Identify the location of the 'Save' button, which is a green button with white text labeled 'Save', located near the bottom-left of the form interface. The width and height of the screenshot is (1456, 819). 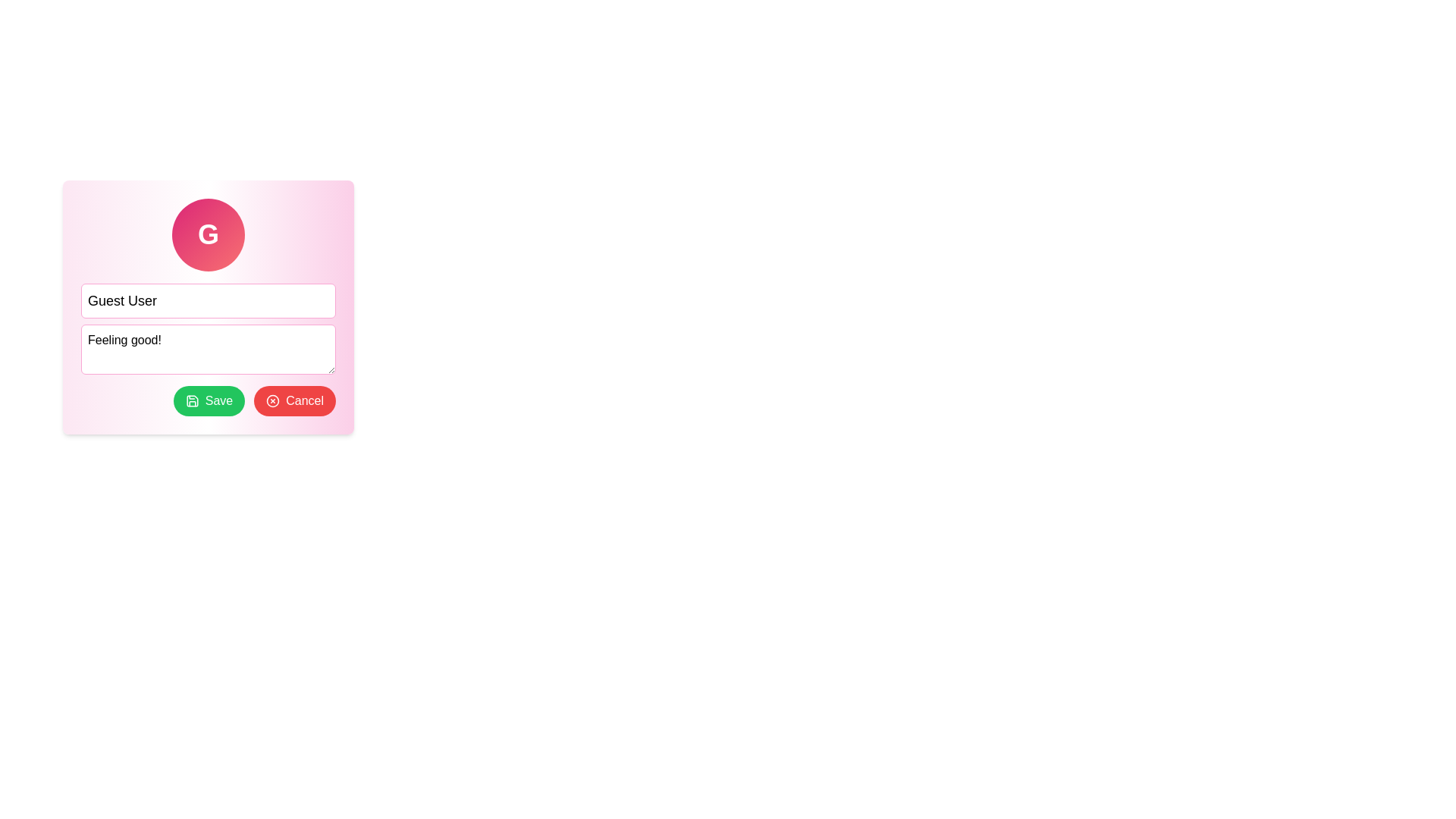
(218, 400).